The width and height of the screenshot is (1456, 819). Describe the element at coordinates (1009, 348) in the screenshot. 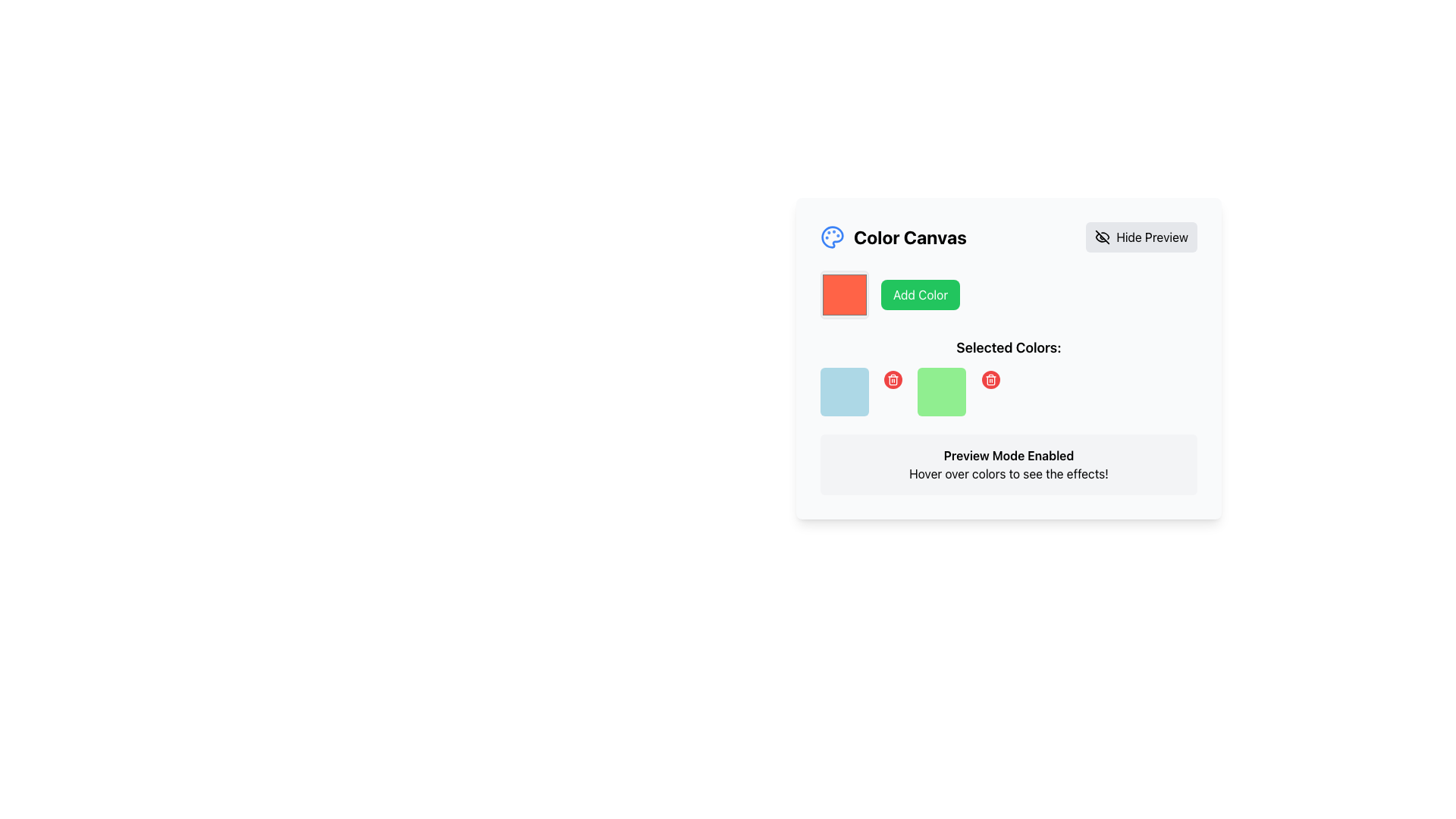

I see `text label displaying 'Selected Colors:' which is positioned above the grid of color swatches in the 'Color Canvas' section` at that location.